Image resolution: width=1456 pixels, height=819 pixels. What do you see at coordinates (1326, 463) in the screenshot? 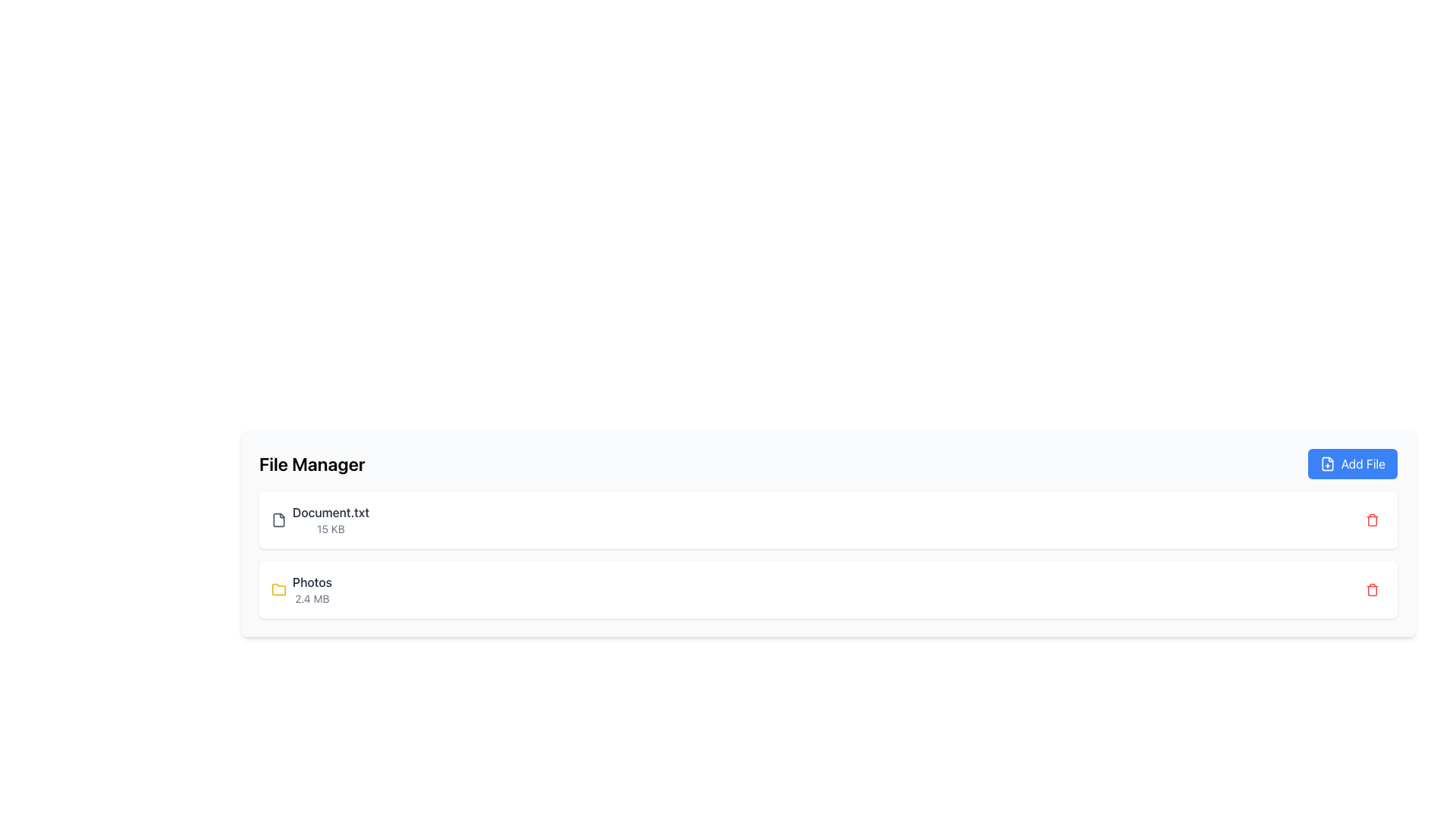
I see `the icon symbolizing a file with a plus sign, located to the left of the 'Add File' text within the 'Add File' button in the top-right corner of the file management interface` at bounding box center [1326, 463].